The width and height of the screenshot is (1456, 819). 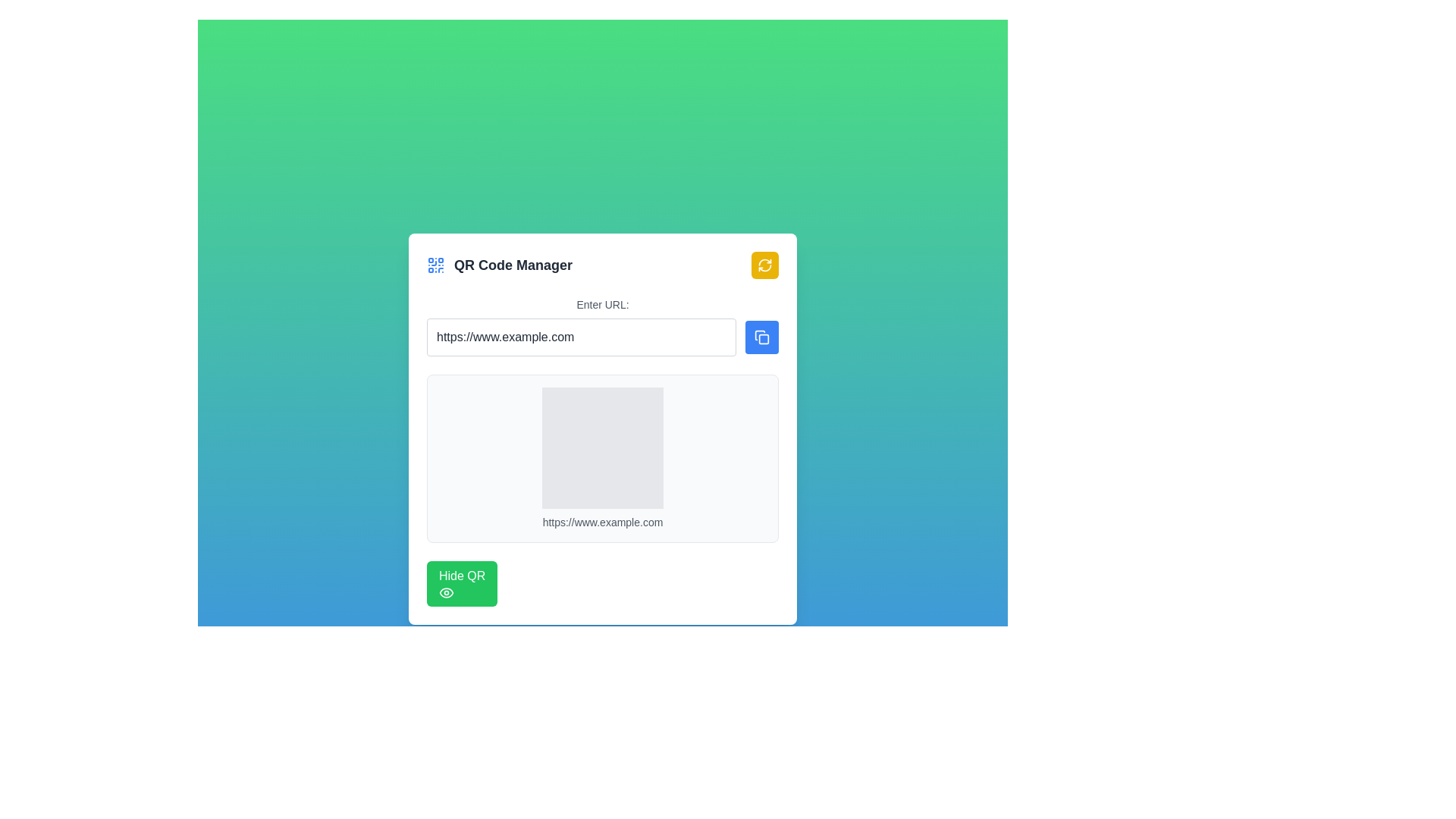 I want to click on the copy icon represented by two overlapping squares with rounded corners, located at the center of a blue button, so click(x=761, y=336).